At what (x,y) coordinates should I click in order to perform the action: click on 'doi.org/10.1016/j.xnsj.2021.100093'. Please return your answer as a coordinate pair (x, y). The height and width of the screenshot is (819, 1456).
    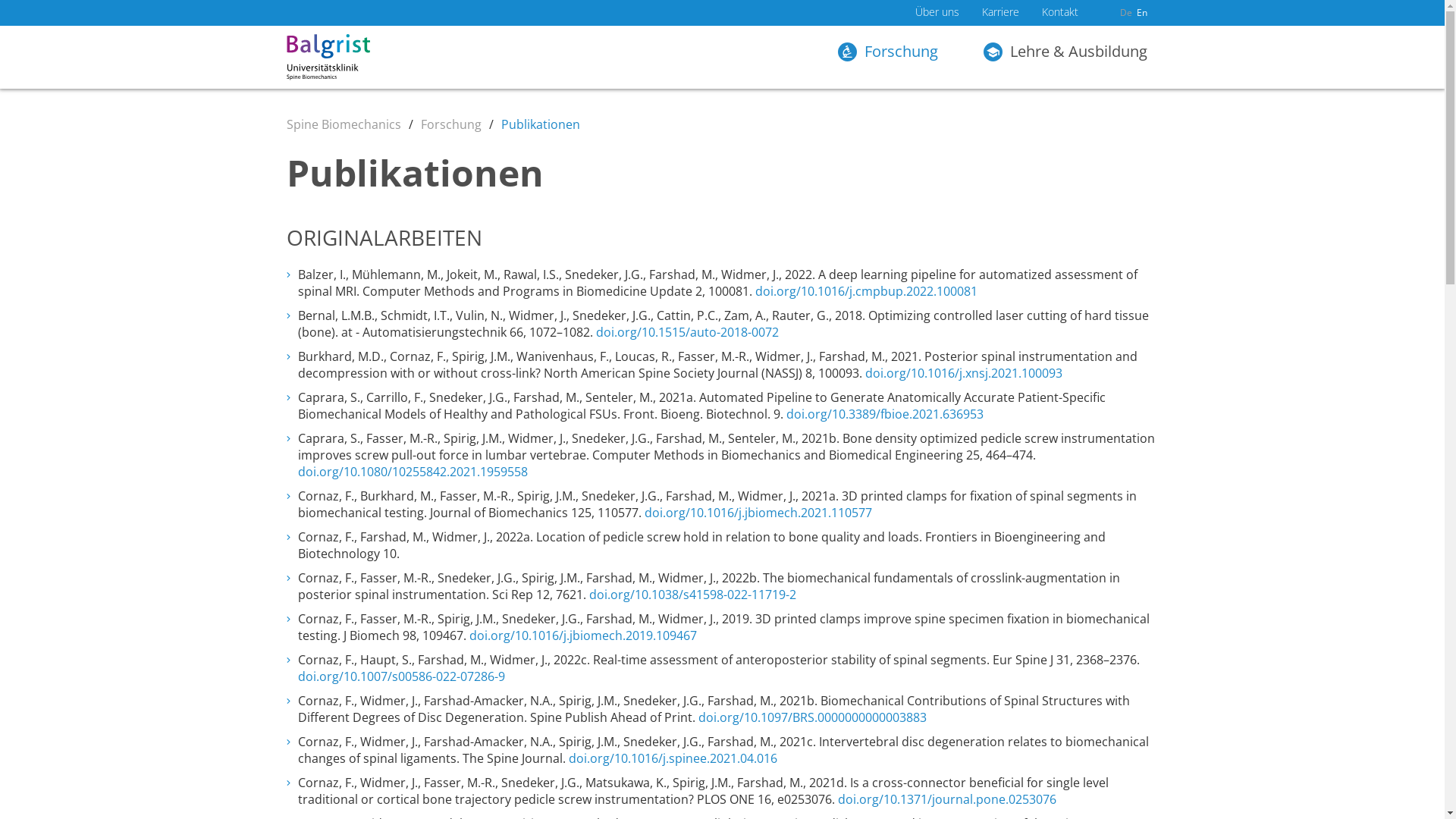
    Looking at the image, I should click on (864, 373).